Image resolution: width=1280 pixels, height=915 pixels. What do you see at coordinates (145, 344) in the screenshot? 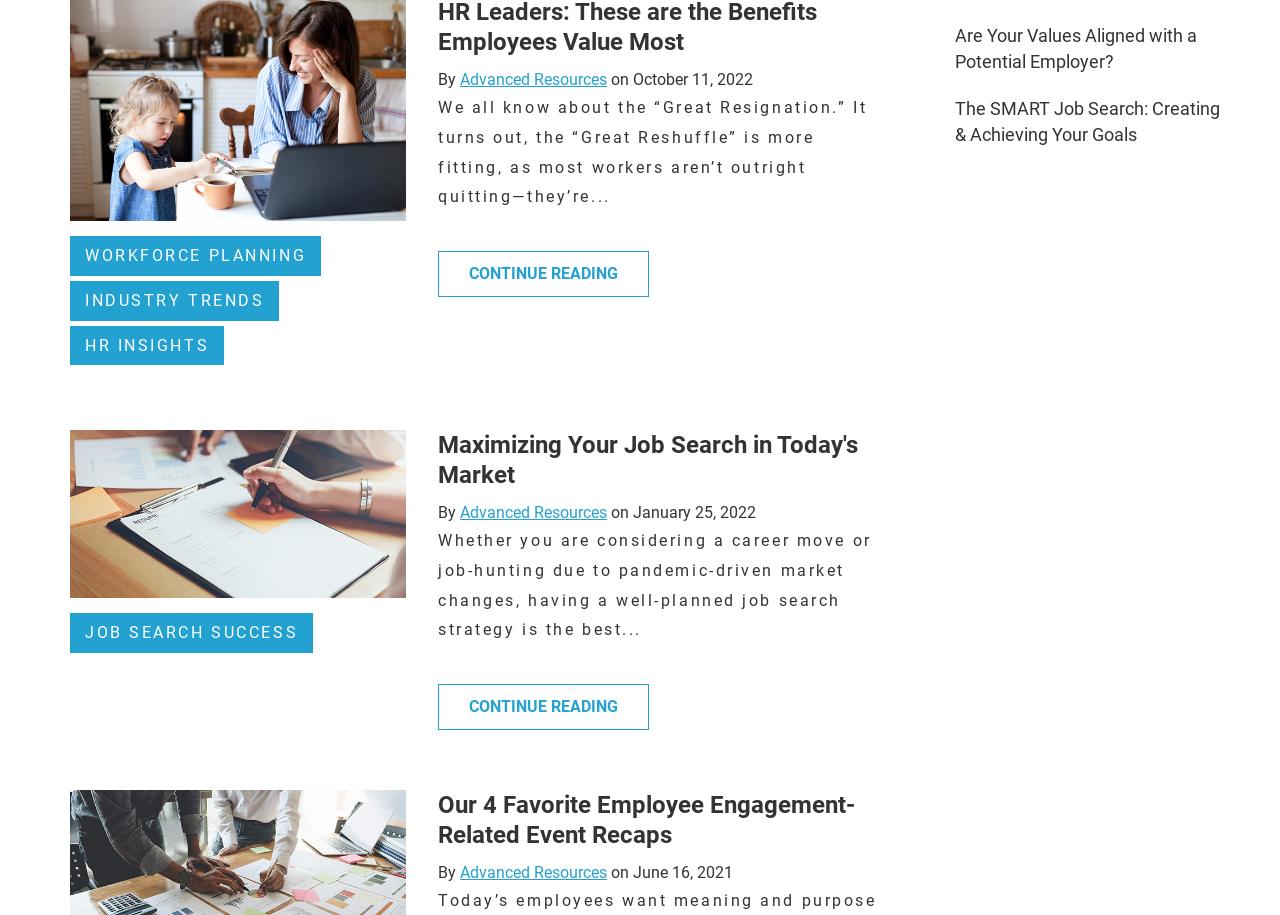
I see `'HR Insights'` at bounding box center [145, 344].